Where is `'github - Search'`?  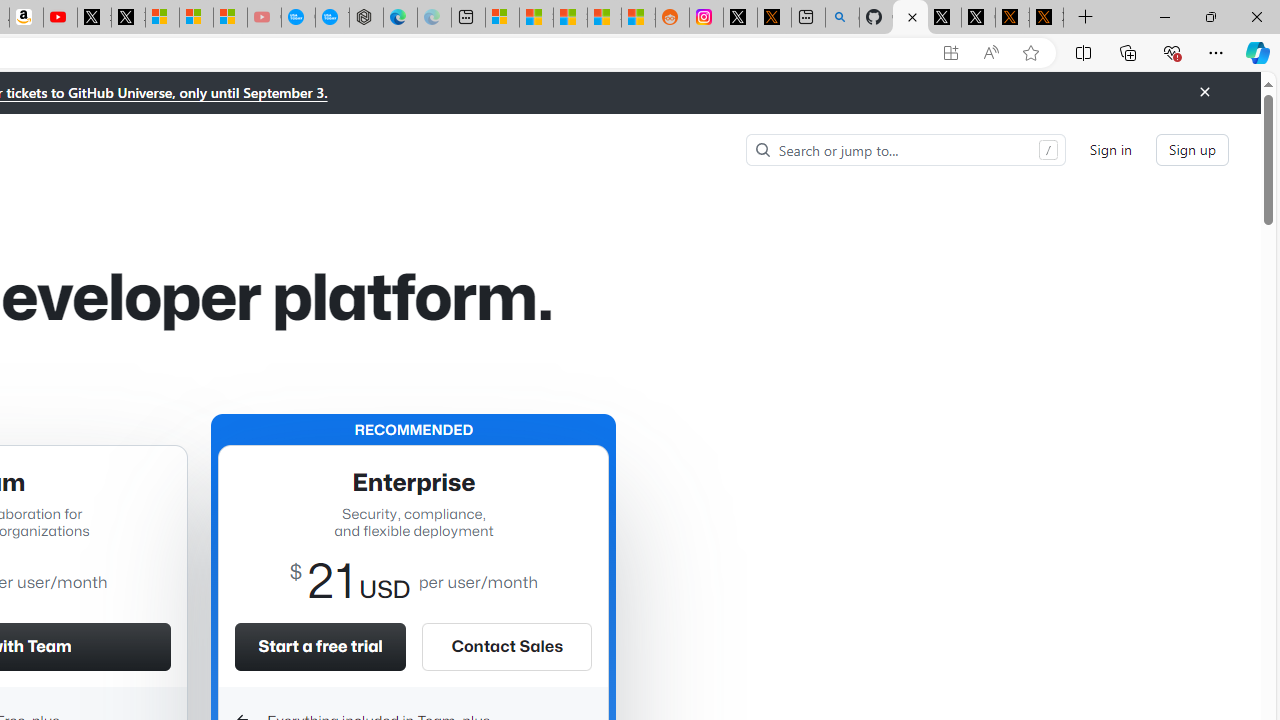
'github - Search' is located at coordinates (842, 17).